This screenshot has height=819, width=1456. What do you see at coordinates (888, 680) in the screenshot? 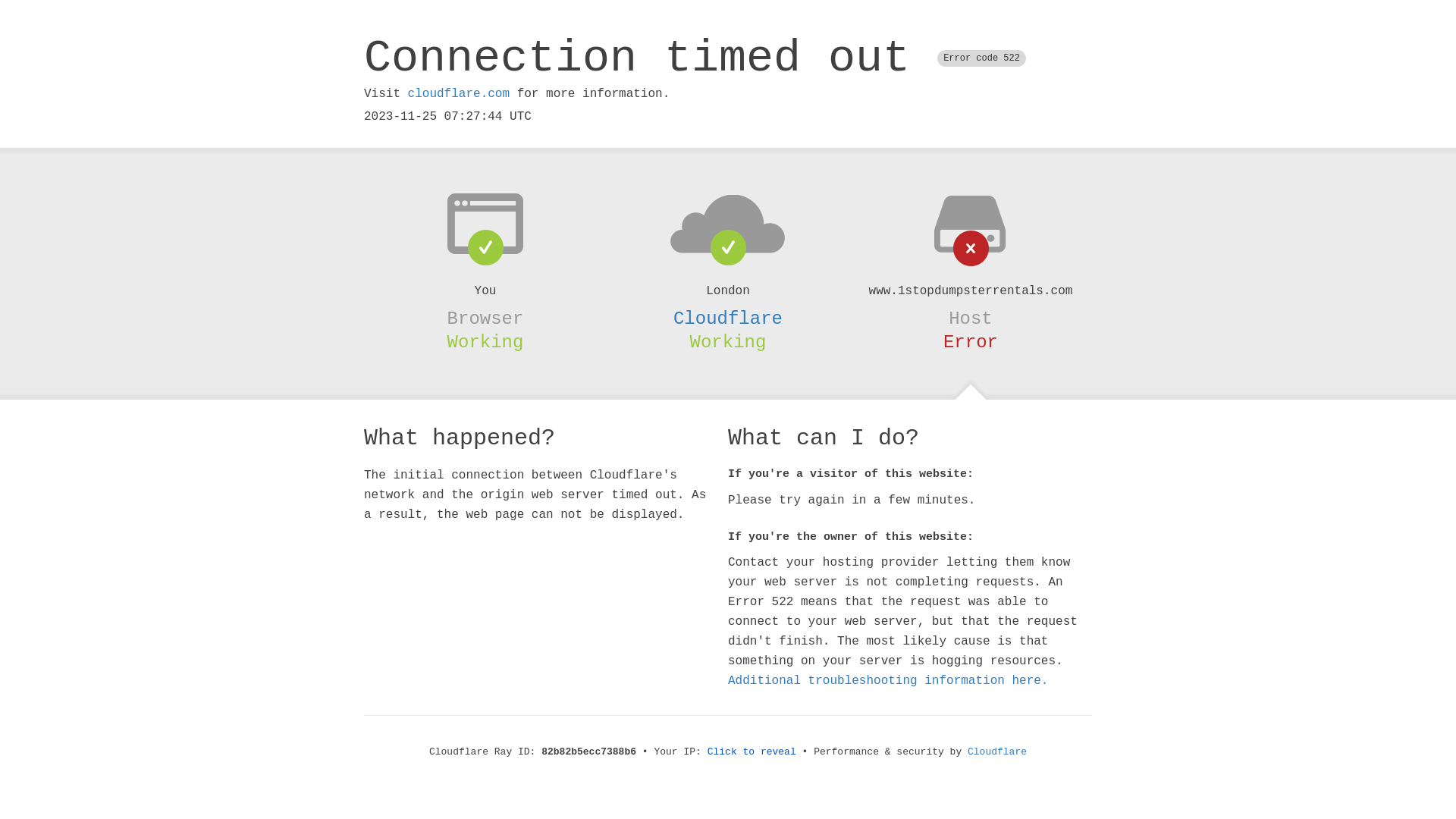
I see `'Additional troubleshooting information here.'` at bounding box center [888, 680].